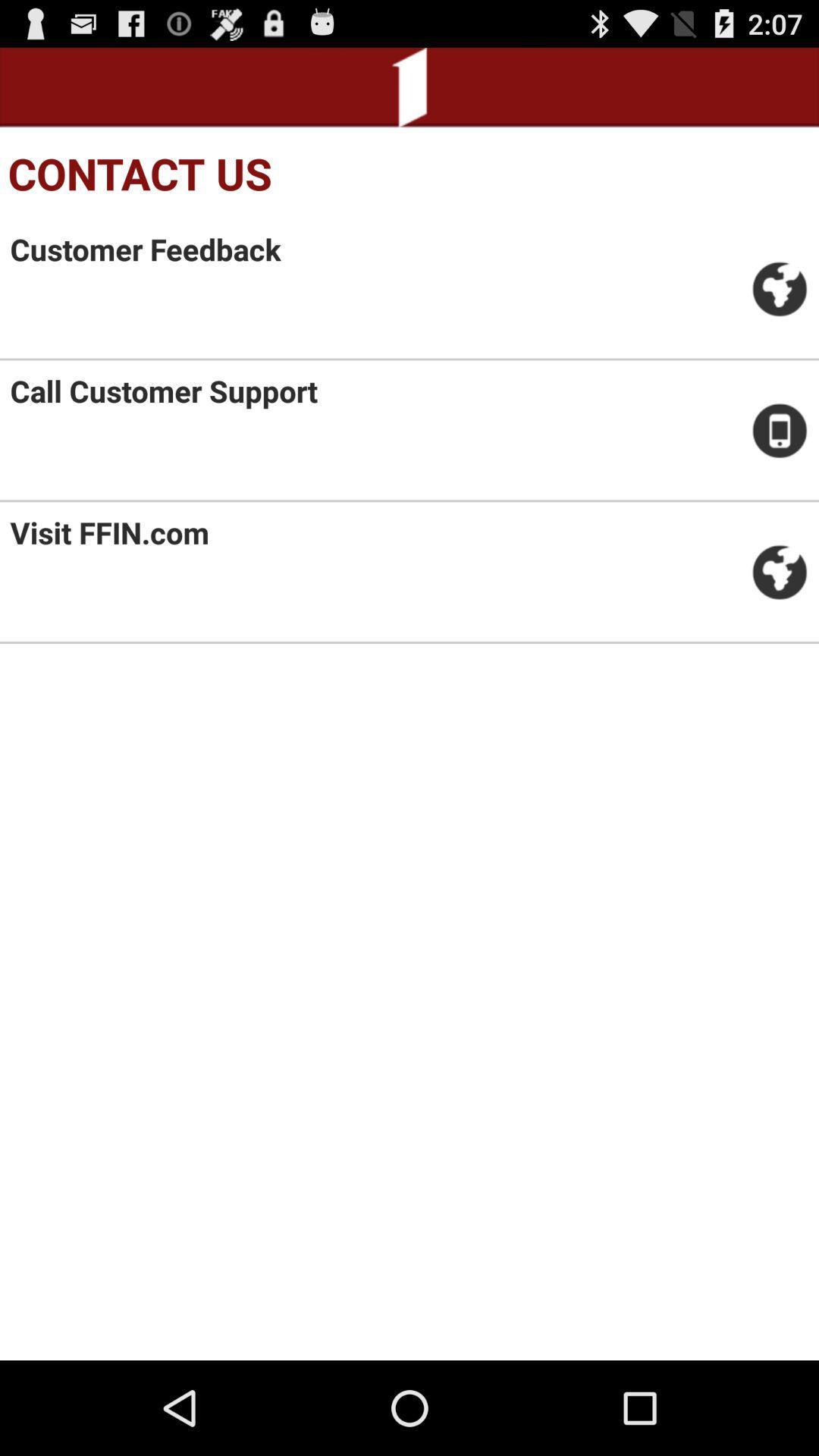  What do you see at coordinates (146, 249) in the screenshot?
I see `customer feedback item` at bounding box center [146, 249].